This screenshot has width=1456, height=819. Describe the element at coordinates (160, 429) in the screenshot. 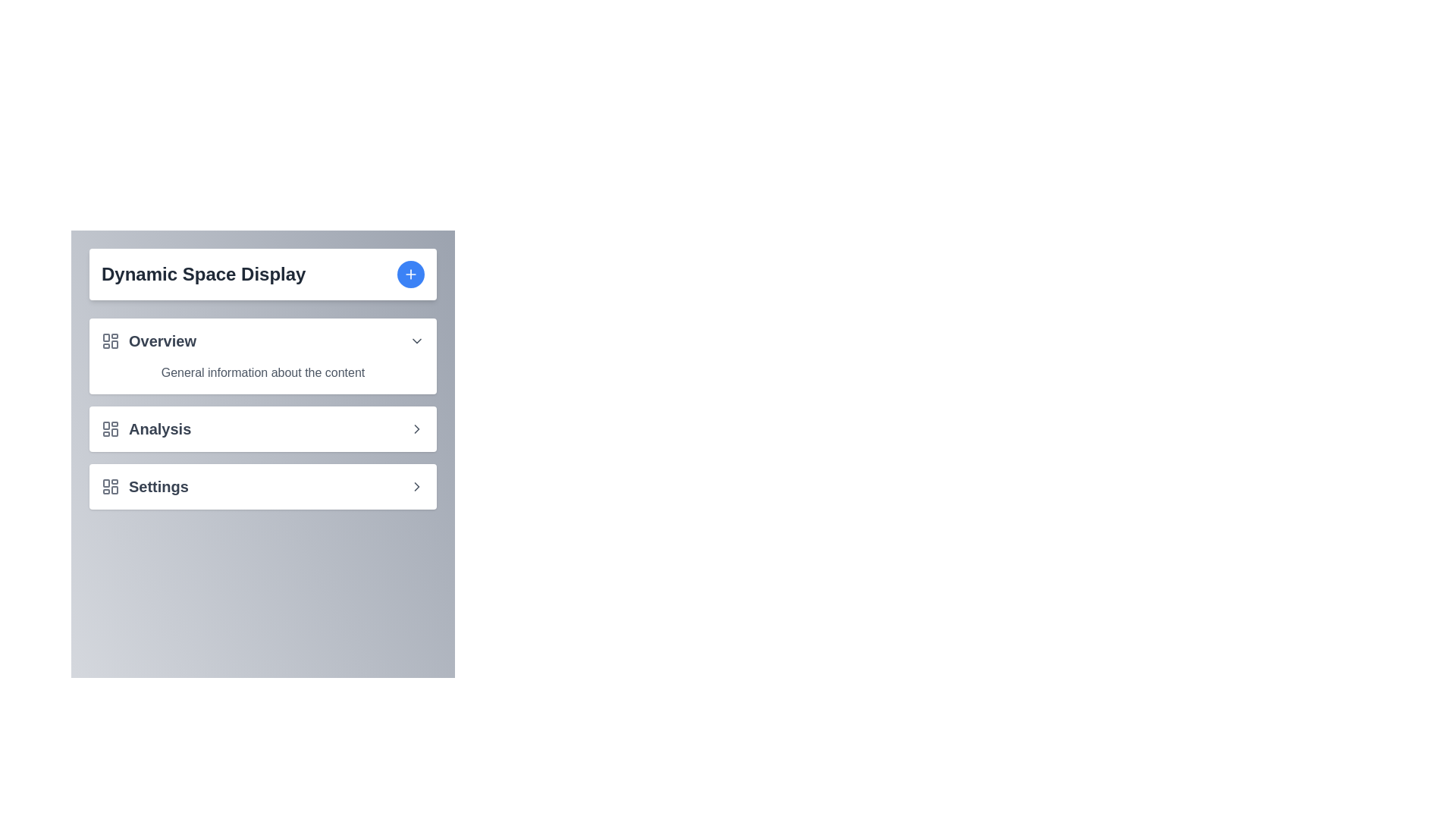

I see `the 'Analysis' static text label, which is the second label in the list, positioned below 'Overview' and above 'Settings', left-aligned with its siblings, adjacent to an icon on the left and a navigation indicator on the right` at that location.